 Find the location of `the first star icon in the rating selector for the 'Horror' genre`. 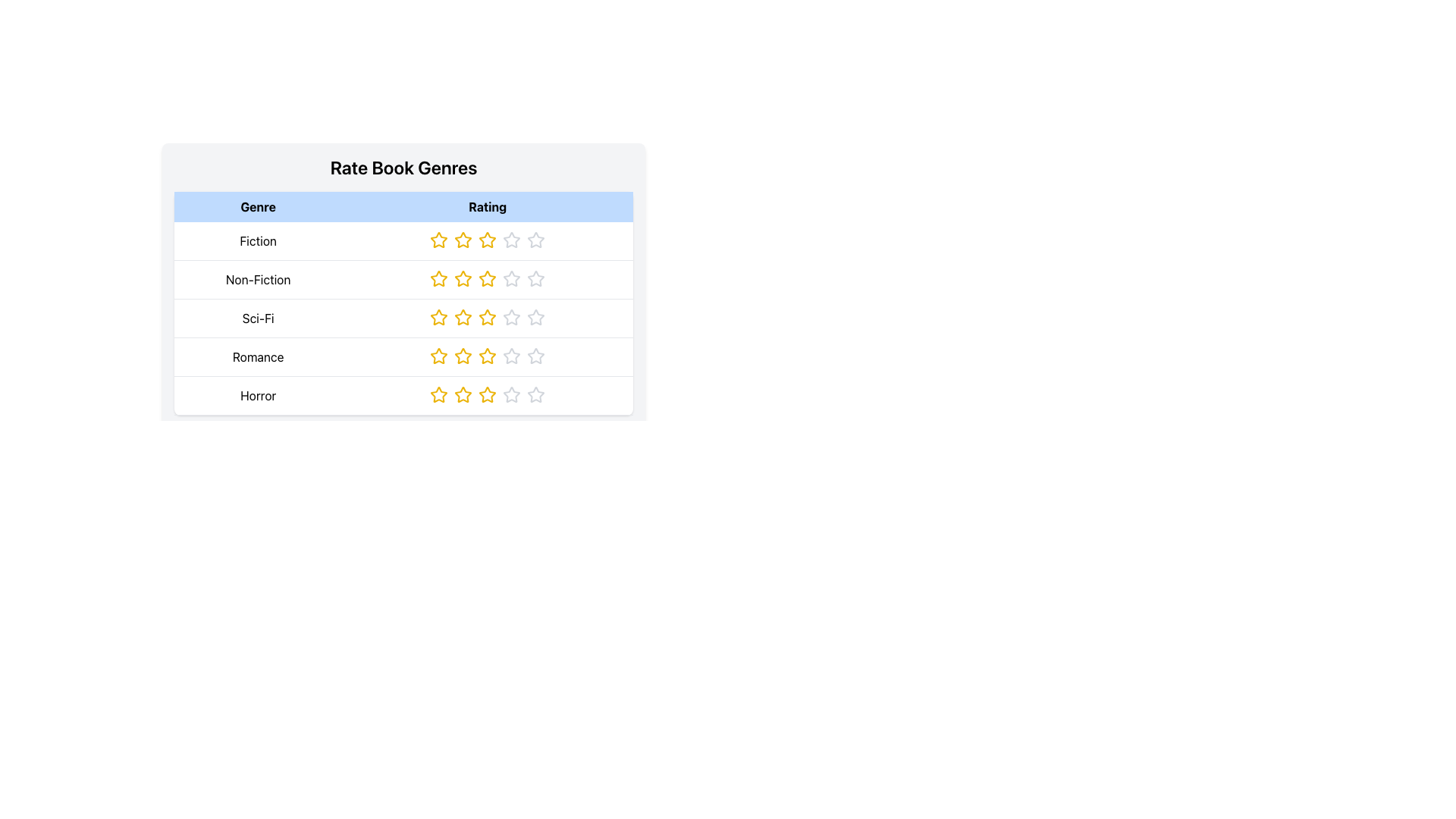

the first star icon in the rating selector for the 'Horror' genre is located at coordinates (438, 394).